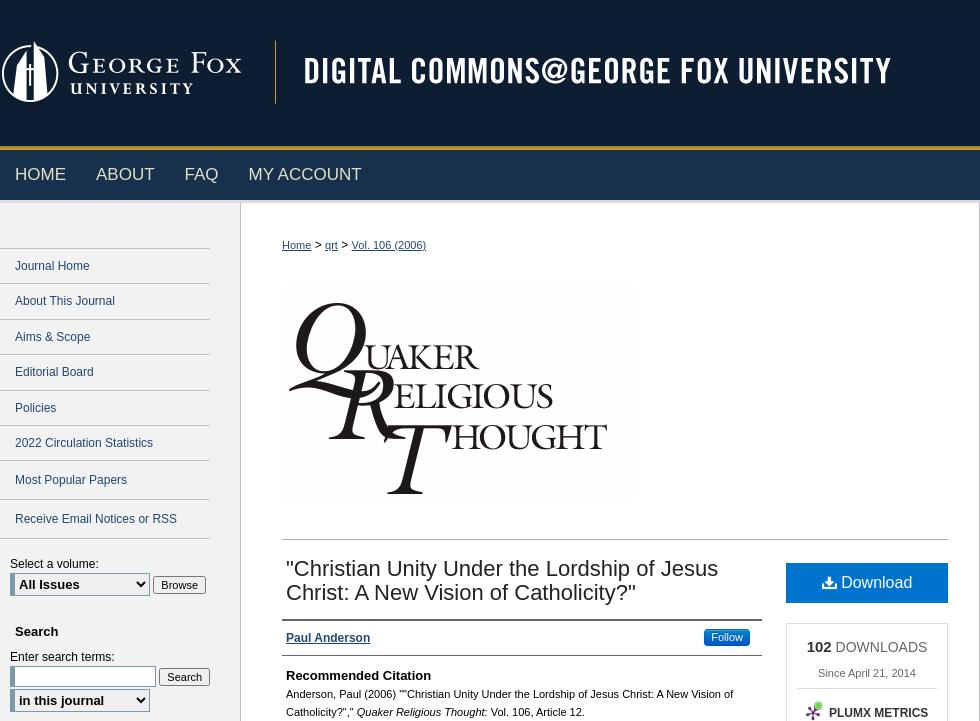 The width and height of the screenshot is (980, 721). I want to click on 'Aims & Scope', so click(52, 335).